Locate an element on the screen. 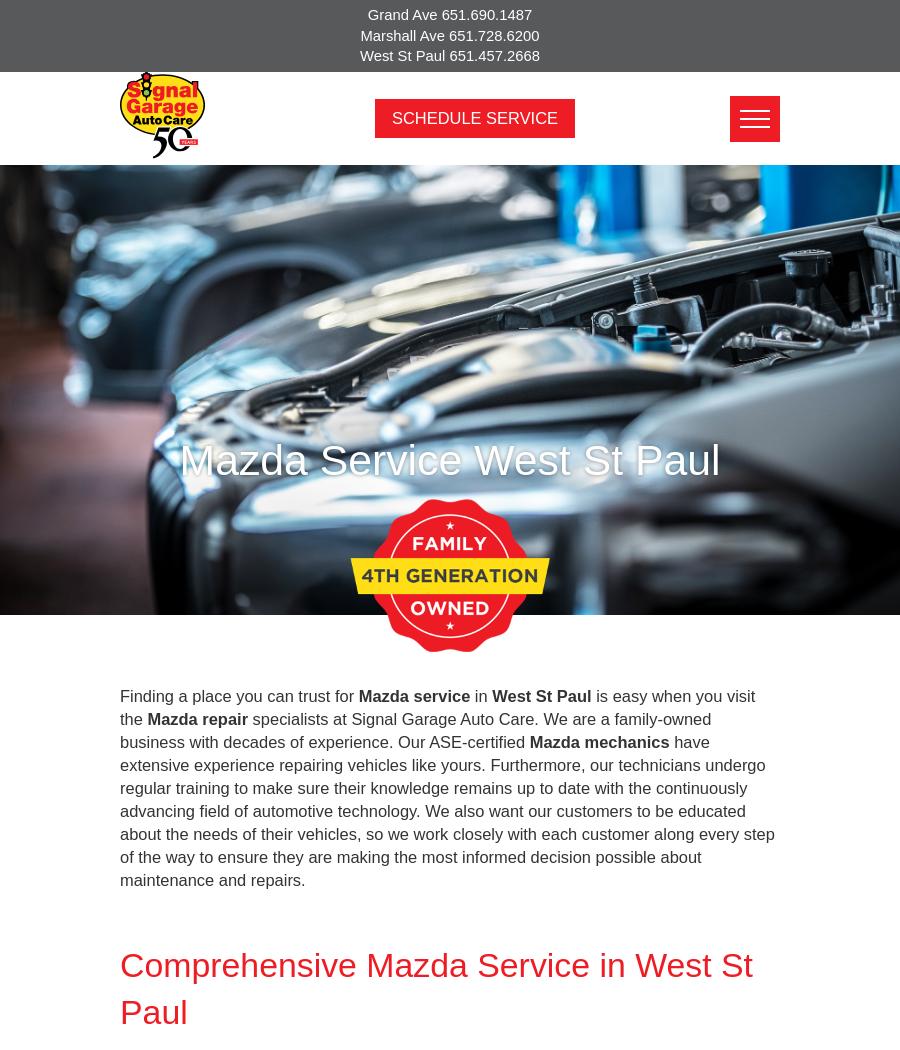 The width and height of the screenshot is (900, 1050). 'Grand Ave' is located at coordinates (404, 15).